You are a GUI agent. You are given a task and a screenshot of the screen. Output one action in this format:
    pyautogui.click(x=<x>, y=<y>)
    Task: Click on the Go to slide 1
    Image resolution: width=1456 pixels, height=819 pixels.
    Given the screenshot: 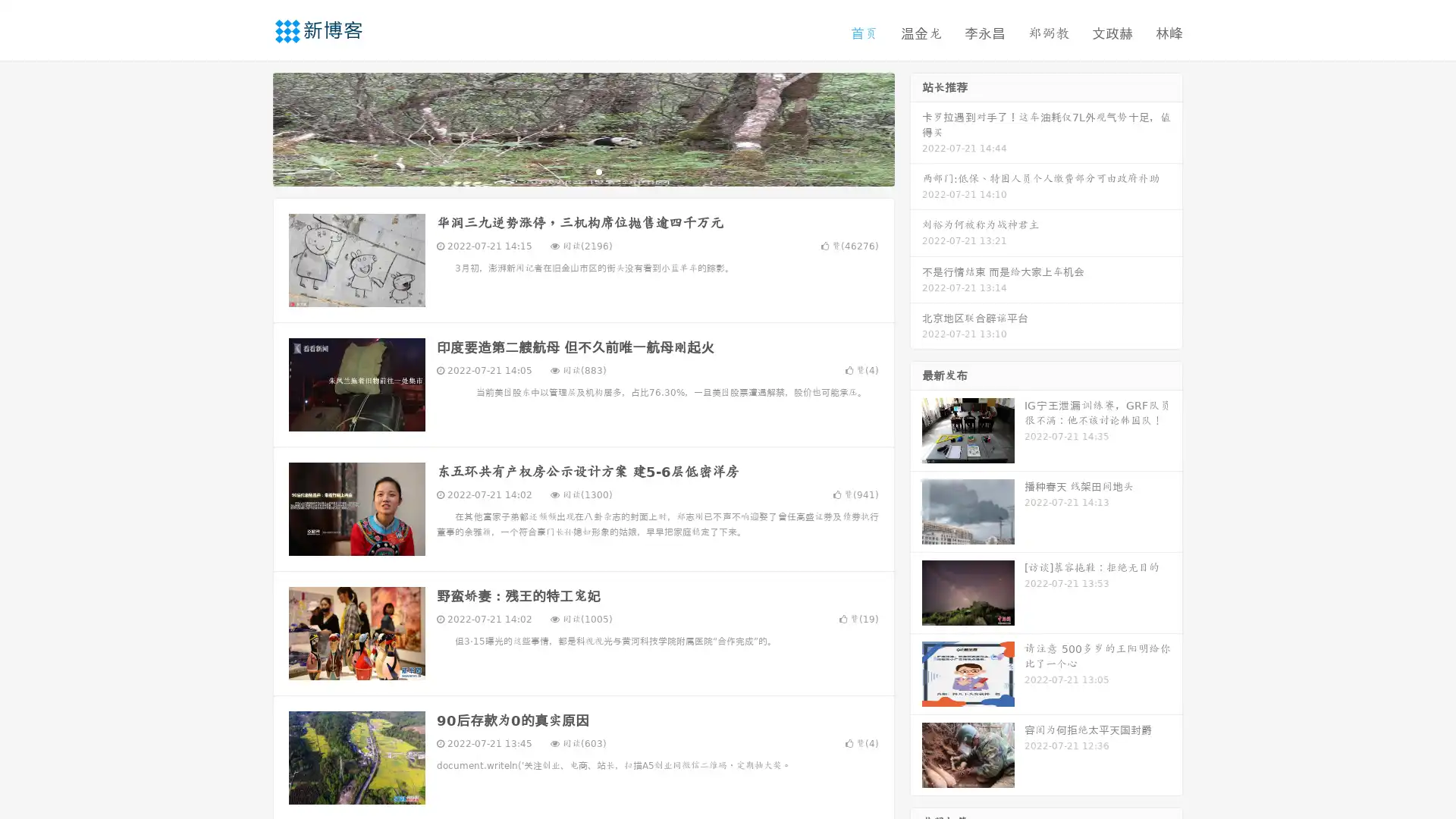 What is the action you would take?
    pyautogui.click(x=567, y=171)
    